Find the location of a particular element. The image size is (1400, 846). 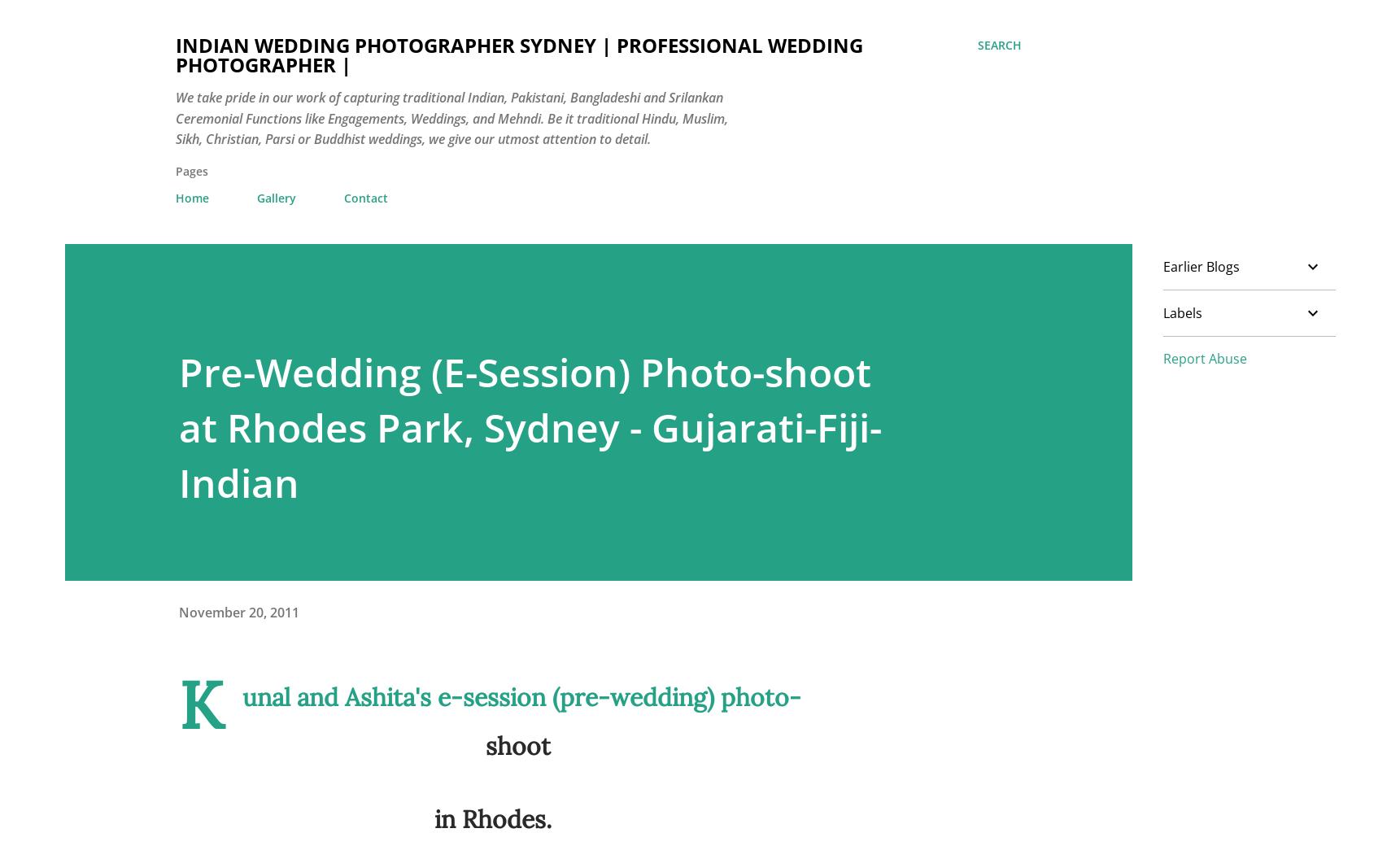

'Kunal and Ashita's e-session (pre-wedding) photo-shoot' is located at coordinates (178, 710).